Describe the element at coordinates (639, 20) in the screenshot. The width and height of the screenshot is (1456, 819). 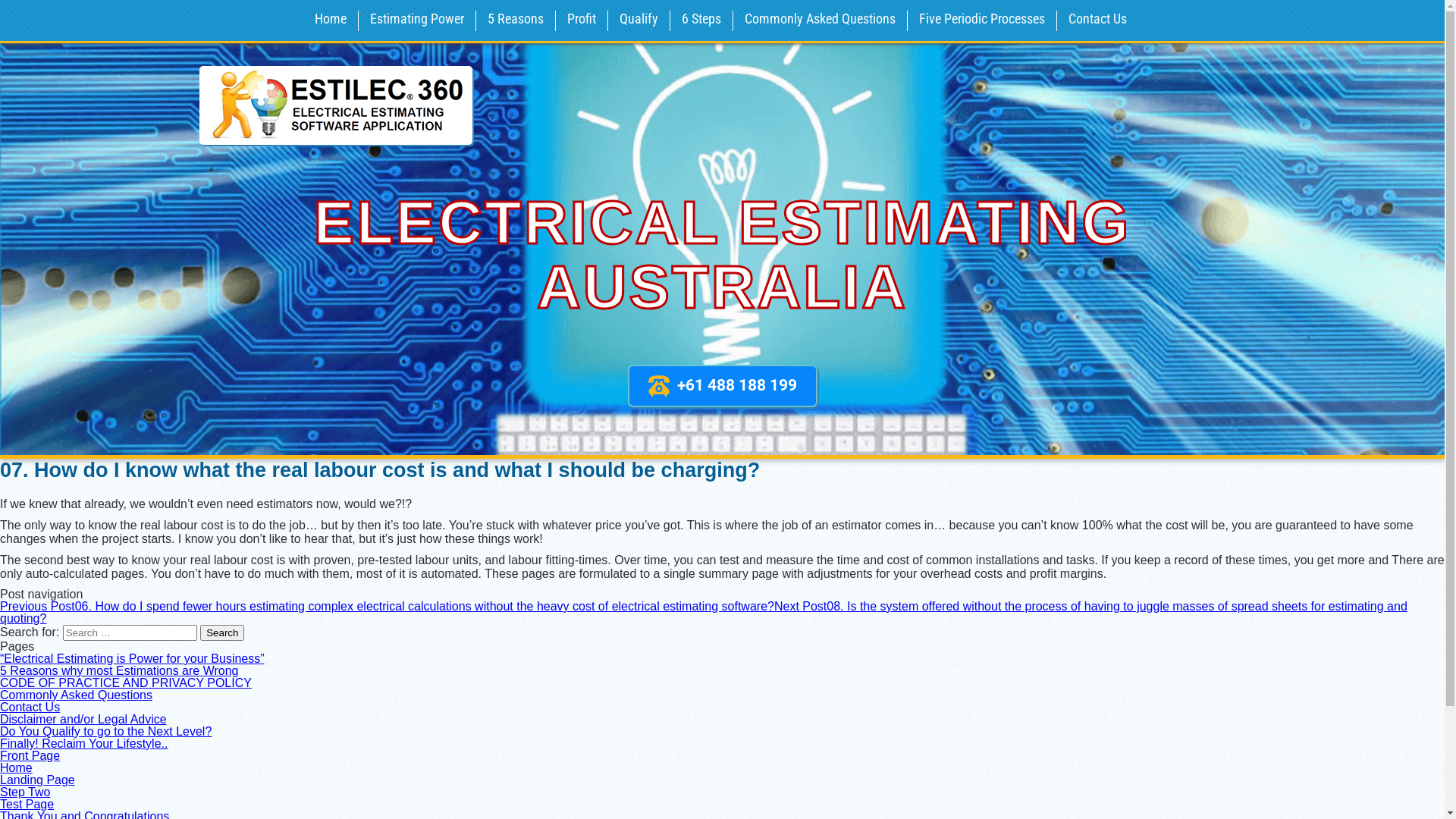
I see `'Qualify'` at that location.